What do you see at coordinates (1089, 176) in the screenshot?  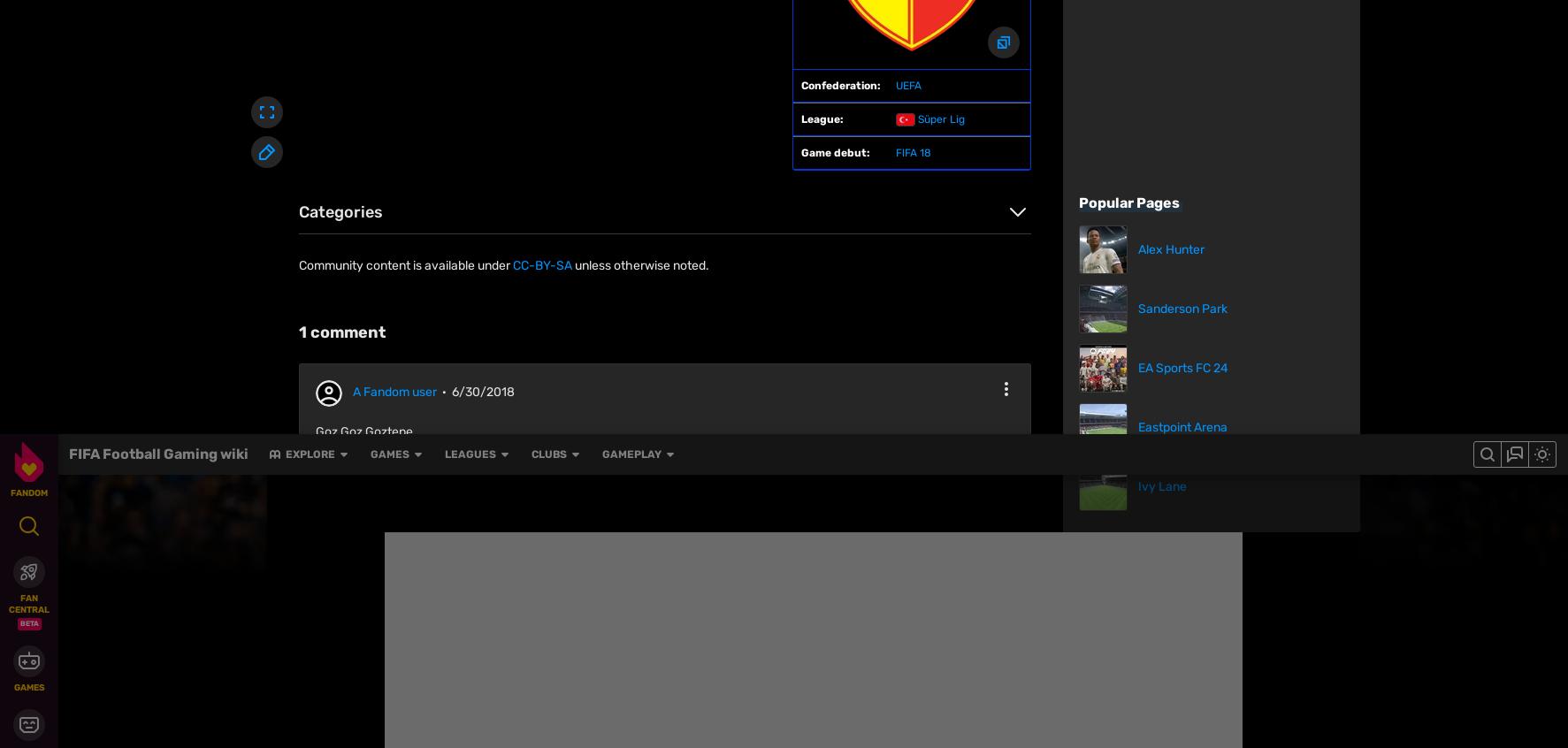 I see `'Tranmere Rovers F.C.'` at bounding box center [1089, 176].